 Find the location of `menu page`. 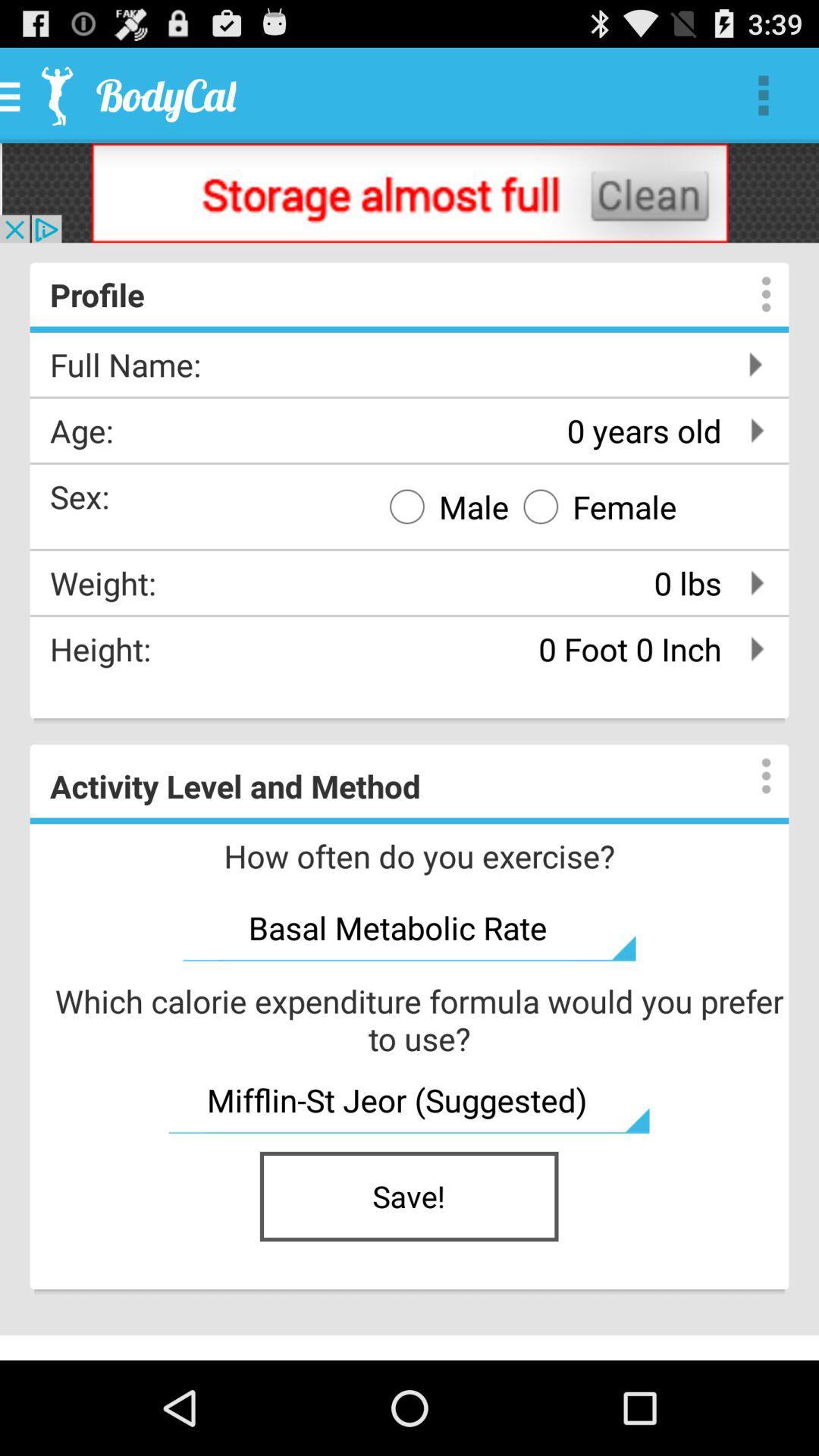

menu page is located at coordinates (751, 776).